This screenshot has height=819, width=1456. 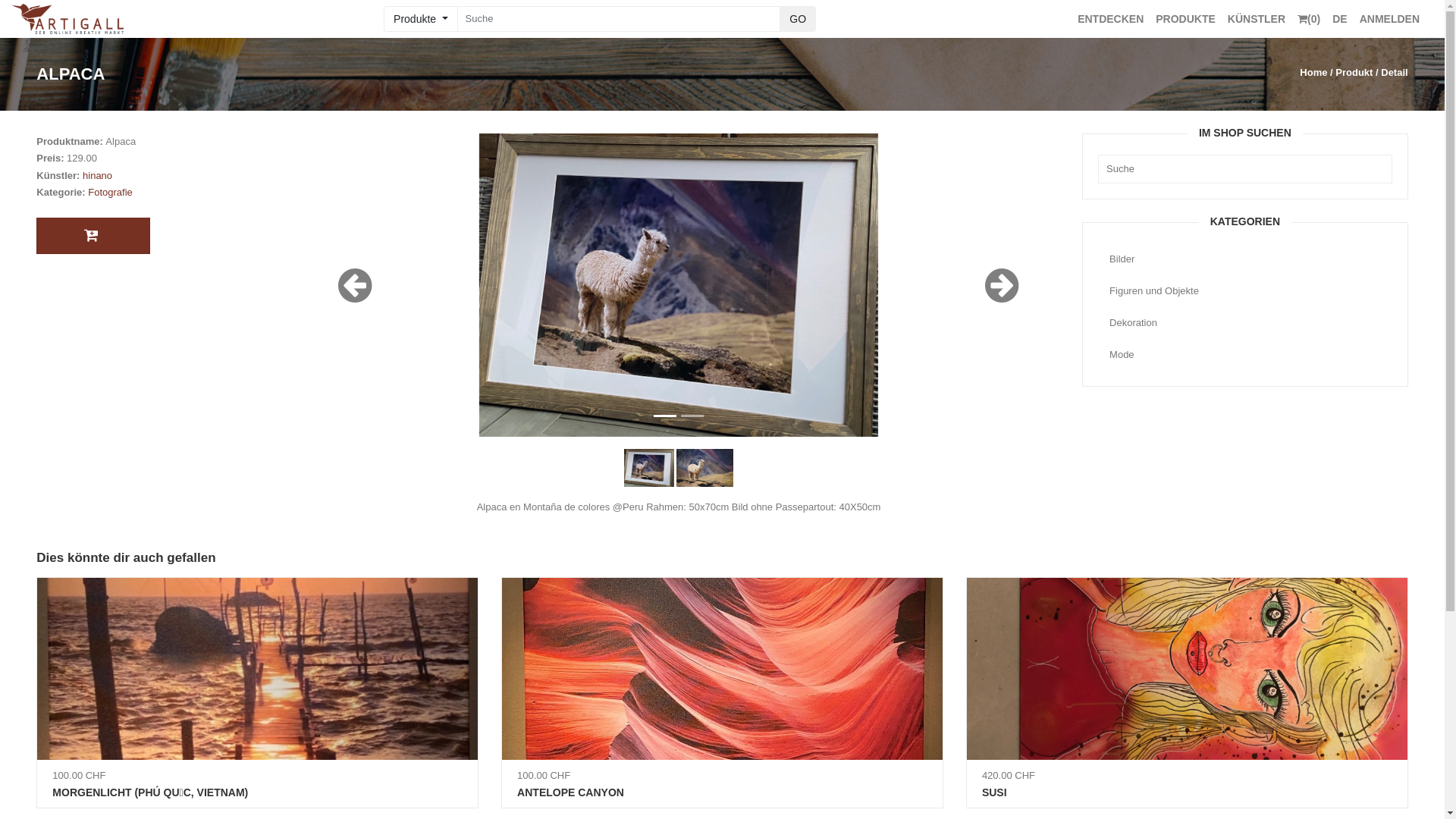 I want to click on 'ENTDECKEN', so click(x=1110, y=18).